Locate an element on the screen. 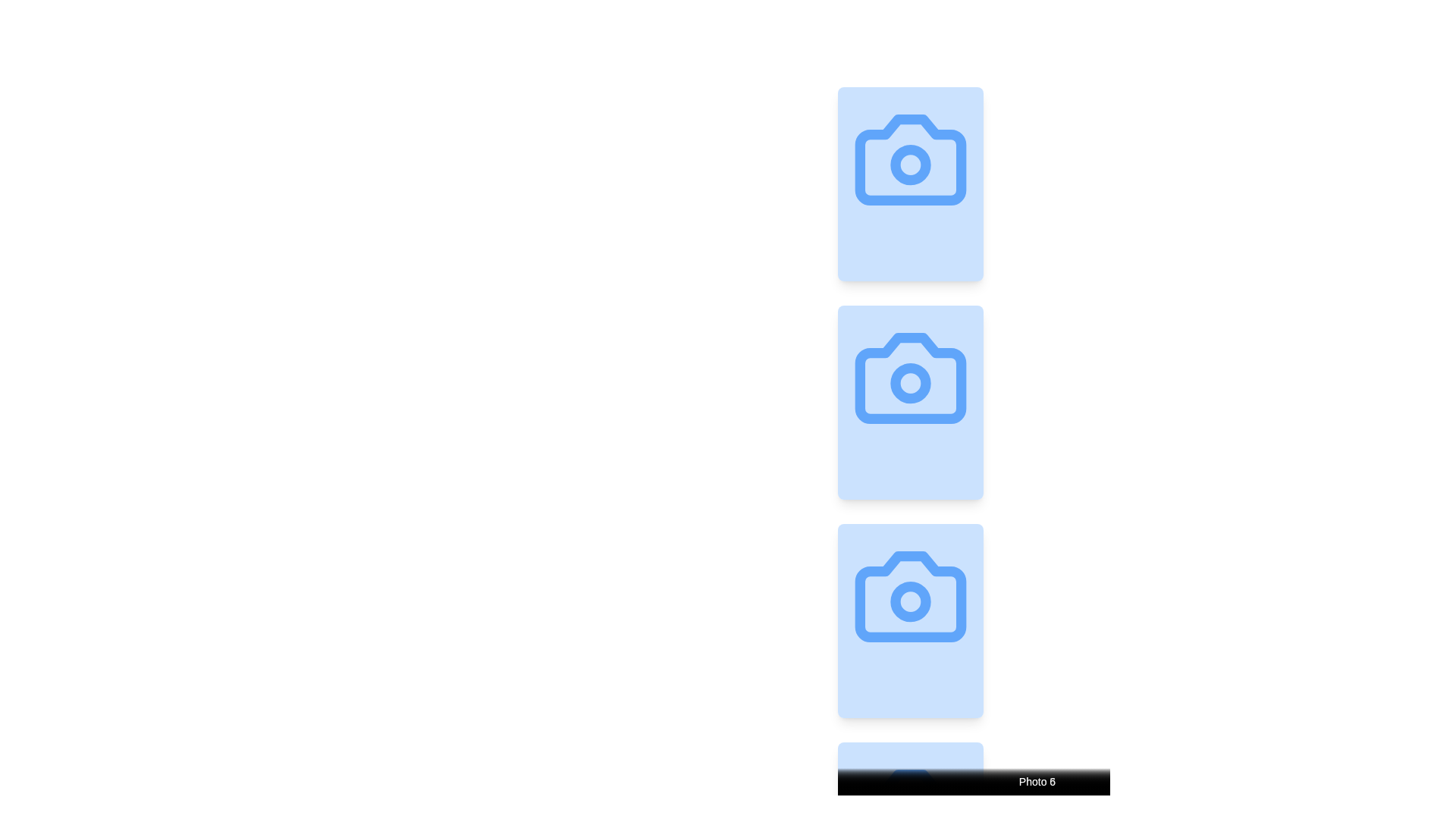  the SVG camera icon, which is a light blue icon with a circular lens and rounded rectangle frame, located prominently within the 'Photo 2' card is located at coordinates (910, 377).